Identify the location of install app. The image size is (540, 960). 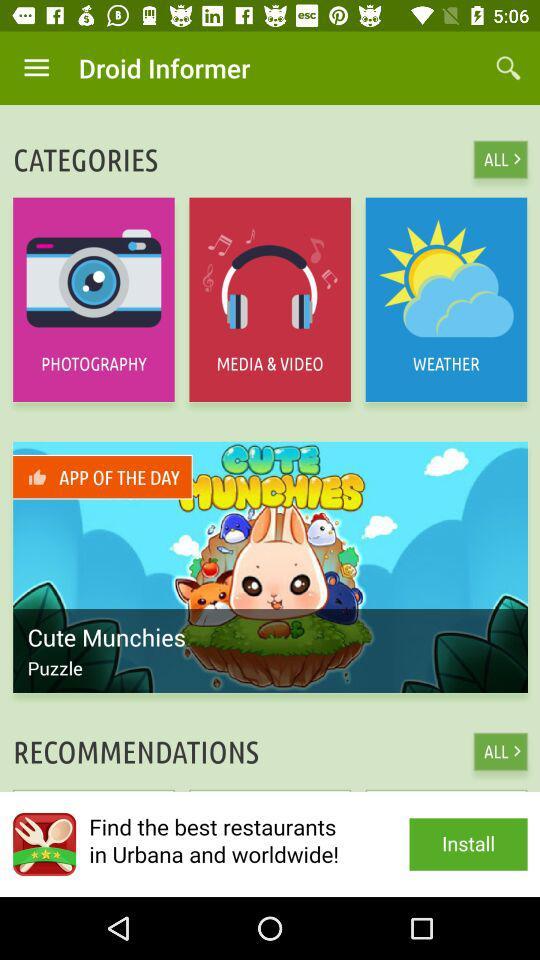
(270, 843).